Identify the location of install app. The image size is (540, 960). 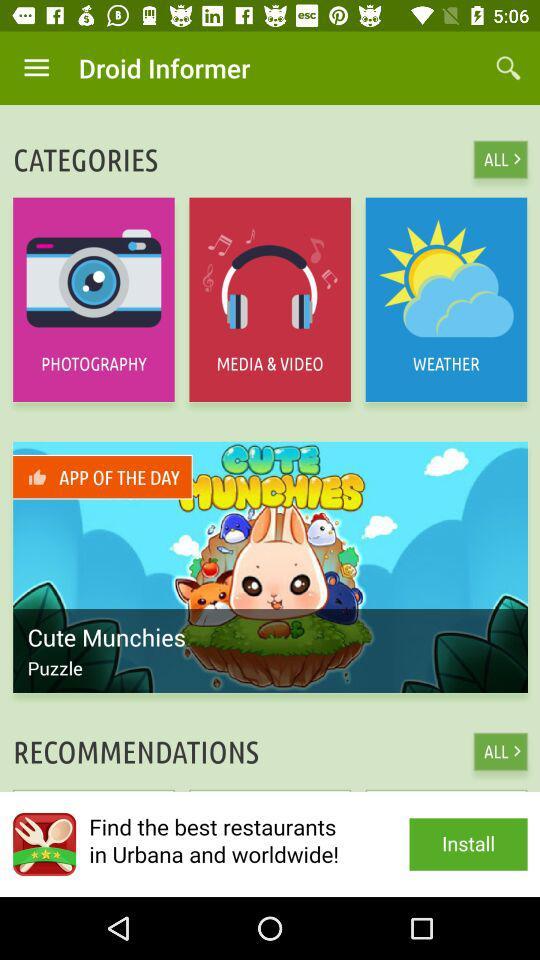
(270, 843).